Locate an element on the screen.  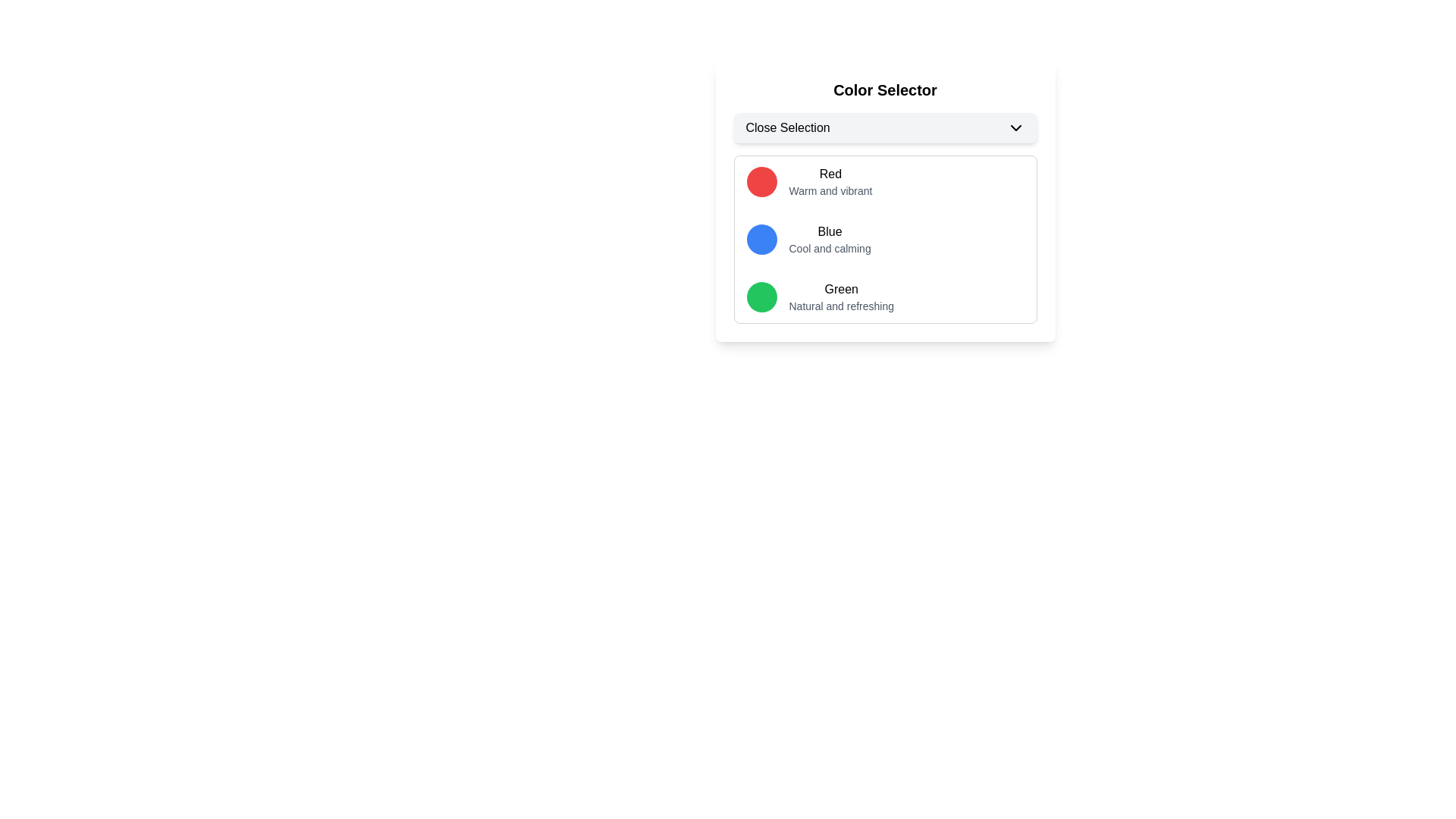
the chevron icon located at the right end of the Close Selection button in the Color Selector section is located at coordinates (1015, 127).